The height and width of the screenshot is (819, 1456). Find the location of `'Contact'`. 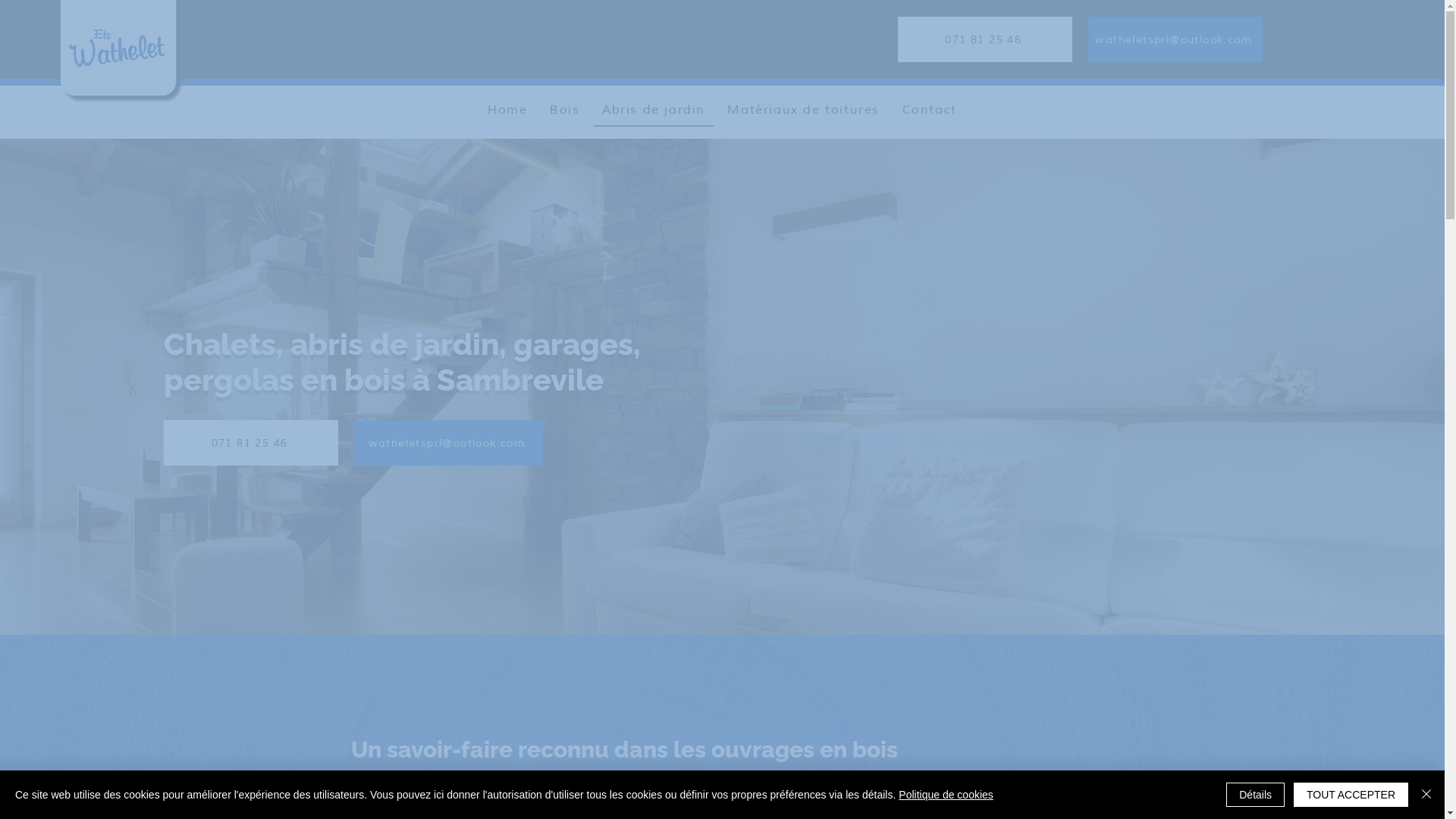

'Contact' is located at coordinates (928, 110).